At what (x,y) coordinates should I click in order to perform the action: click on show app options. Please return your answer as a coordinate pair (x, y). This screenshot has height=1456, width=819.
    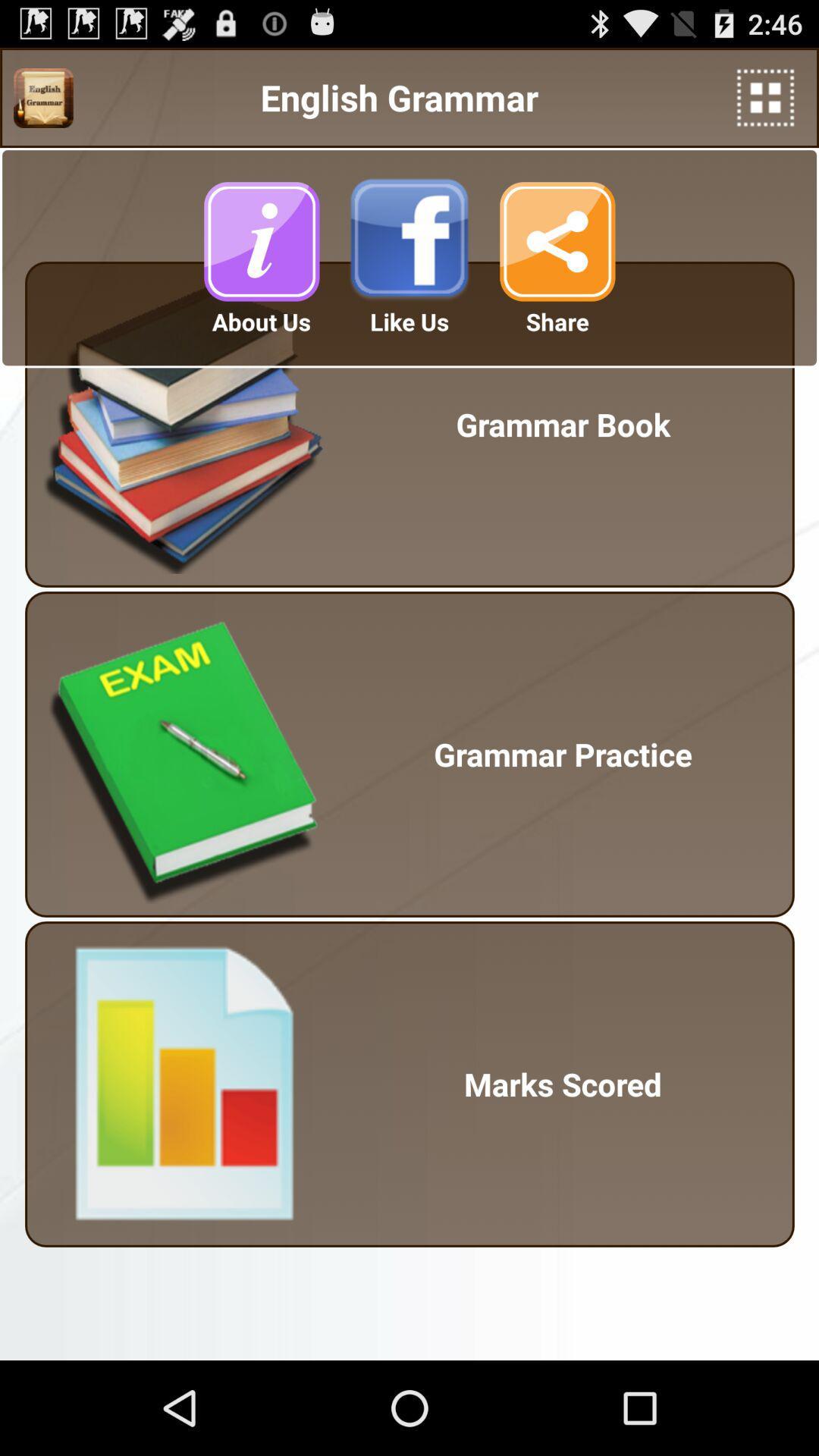
    Looking at the image, I should click on (765, 97).